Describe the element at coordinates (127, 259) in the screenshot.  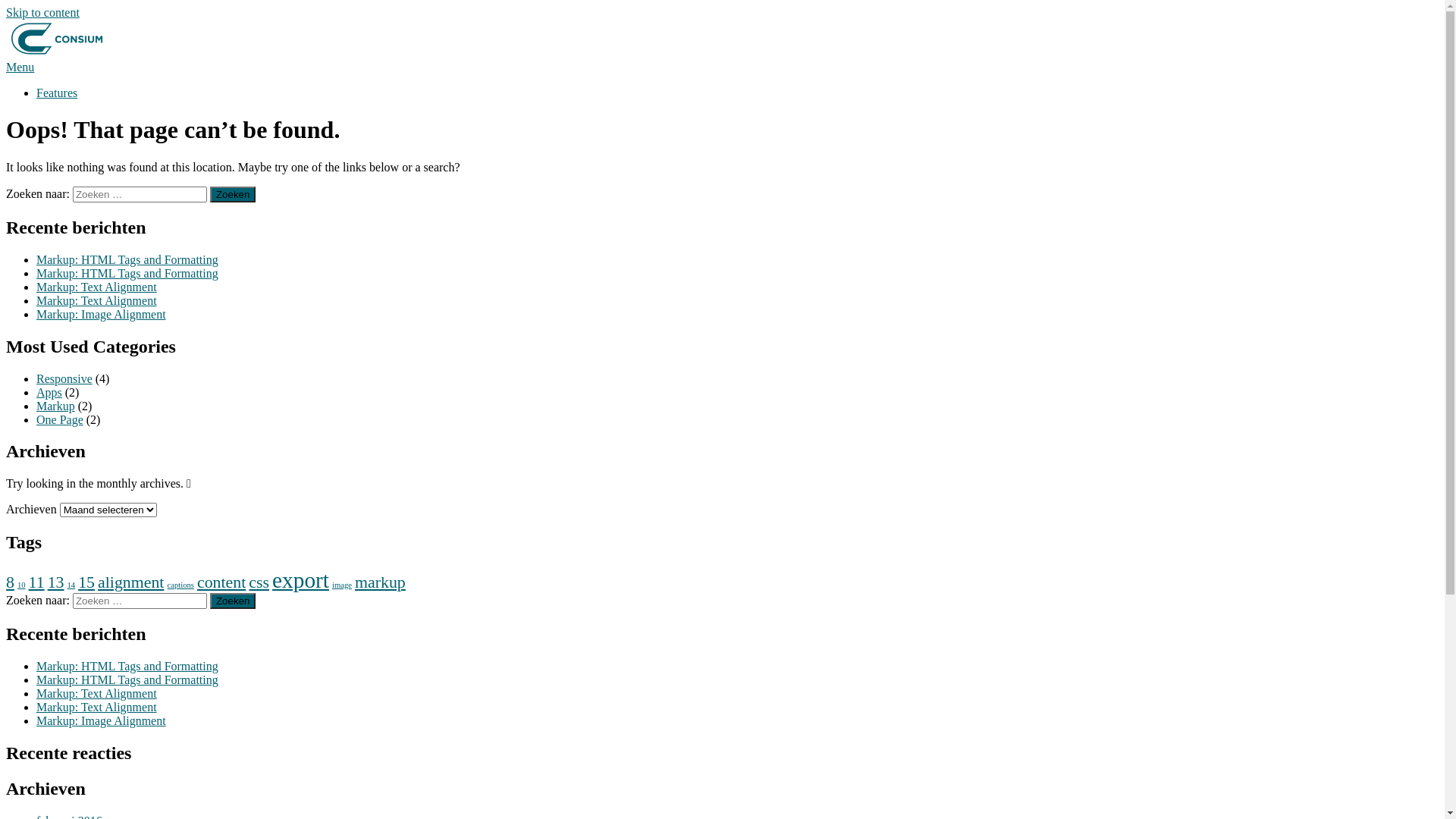
I see `'Markup: HTML Tags and Formatting'` at that location.